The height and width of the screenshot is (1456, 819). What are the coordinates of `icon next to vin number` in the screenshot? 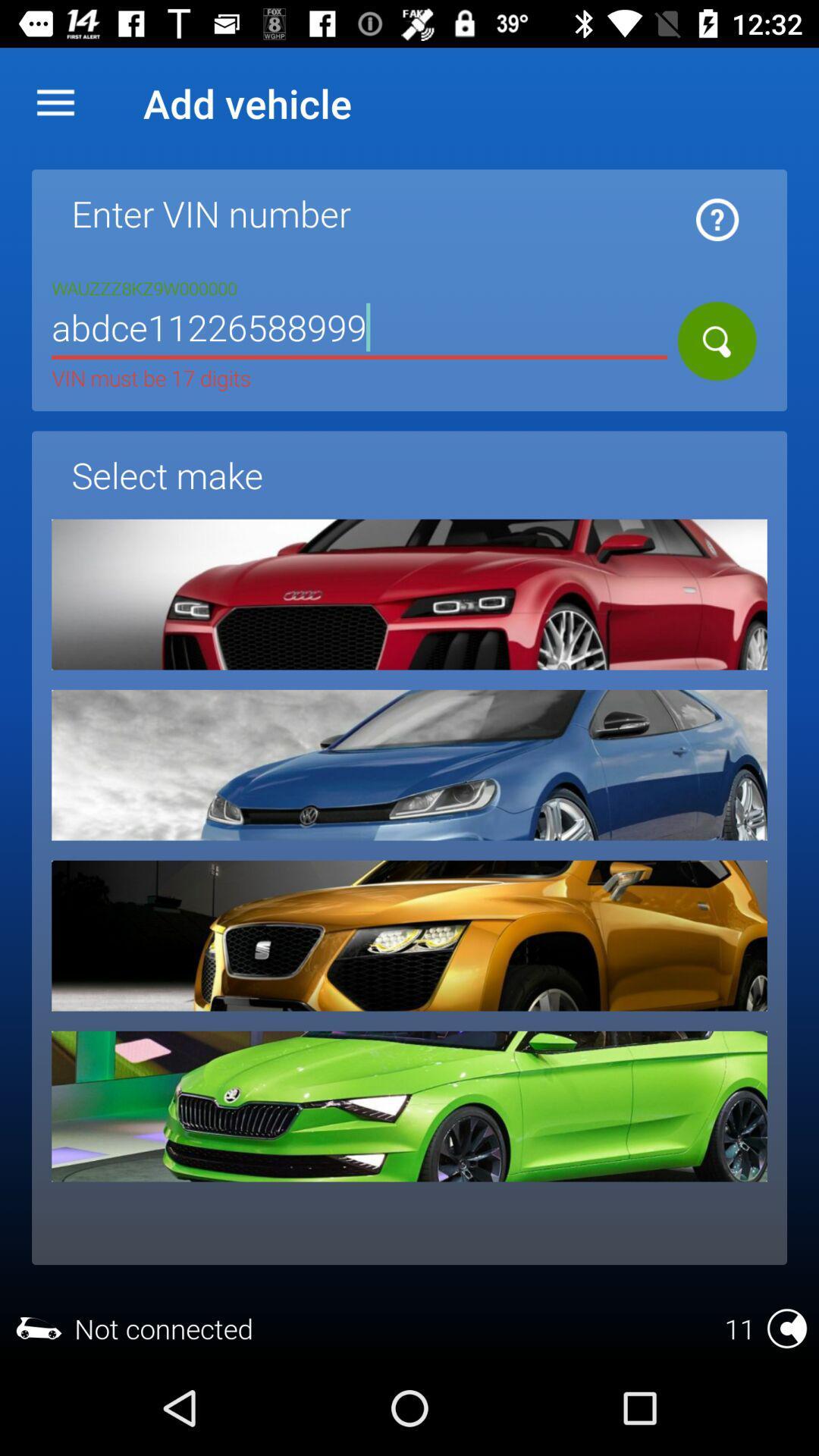 It's located at (717, 218).